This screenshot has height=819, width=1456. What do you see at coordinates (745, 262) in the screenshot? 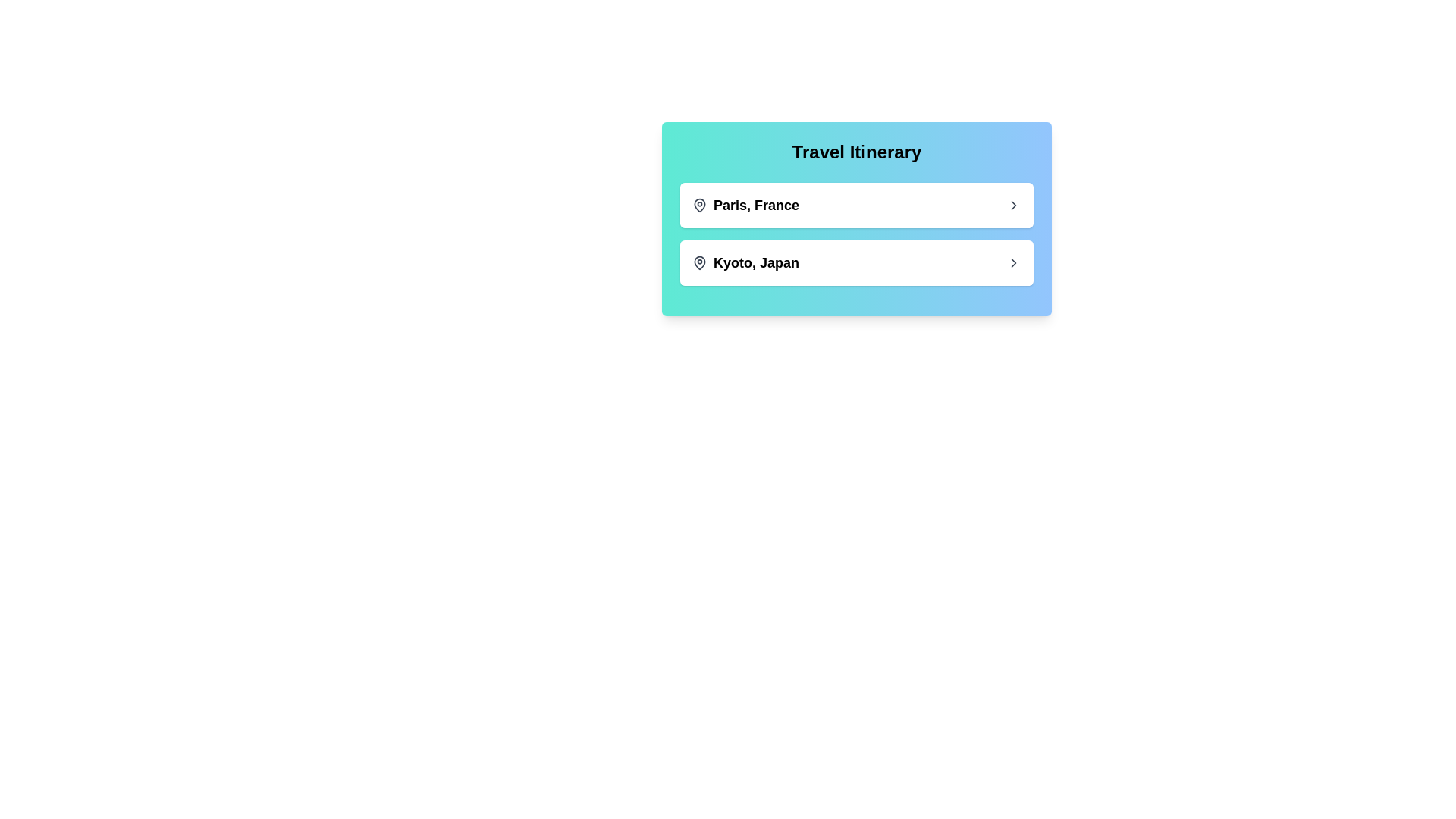
I see `the list item labeled 'Kyoto, Japan' that includes a location pin icon and is styled with a bold font inside a white rectangular button` at bounding box center [745, 262].